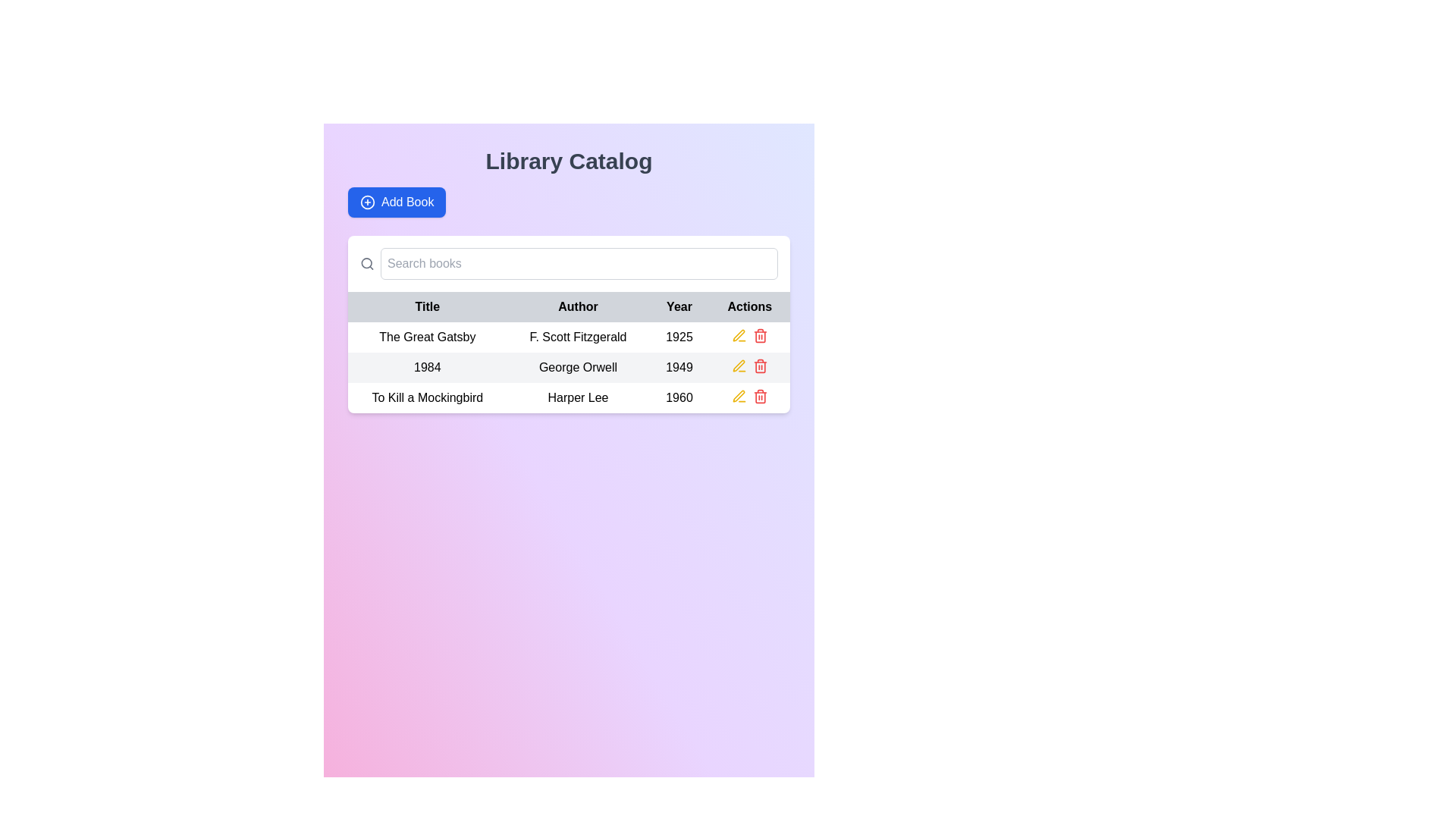 Image resolution: width=1456 pixels, height=819 pixels. Describe the element at coordinates (760, 396) in the screenshot. I see `the delete action button located in the last row of the table, to the right of the edit icon, associated with the title 'To Kill a Mockingbird'` at that location.